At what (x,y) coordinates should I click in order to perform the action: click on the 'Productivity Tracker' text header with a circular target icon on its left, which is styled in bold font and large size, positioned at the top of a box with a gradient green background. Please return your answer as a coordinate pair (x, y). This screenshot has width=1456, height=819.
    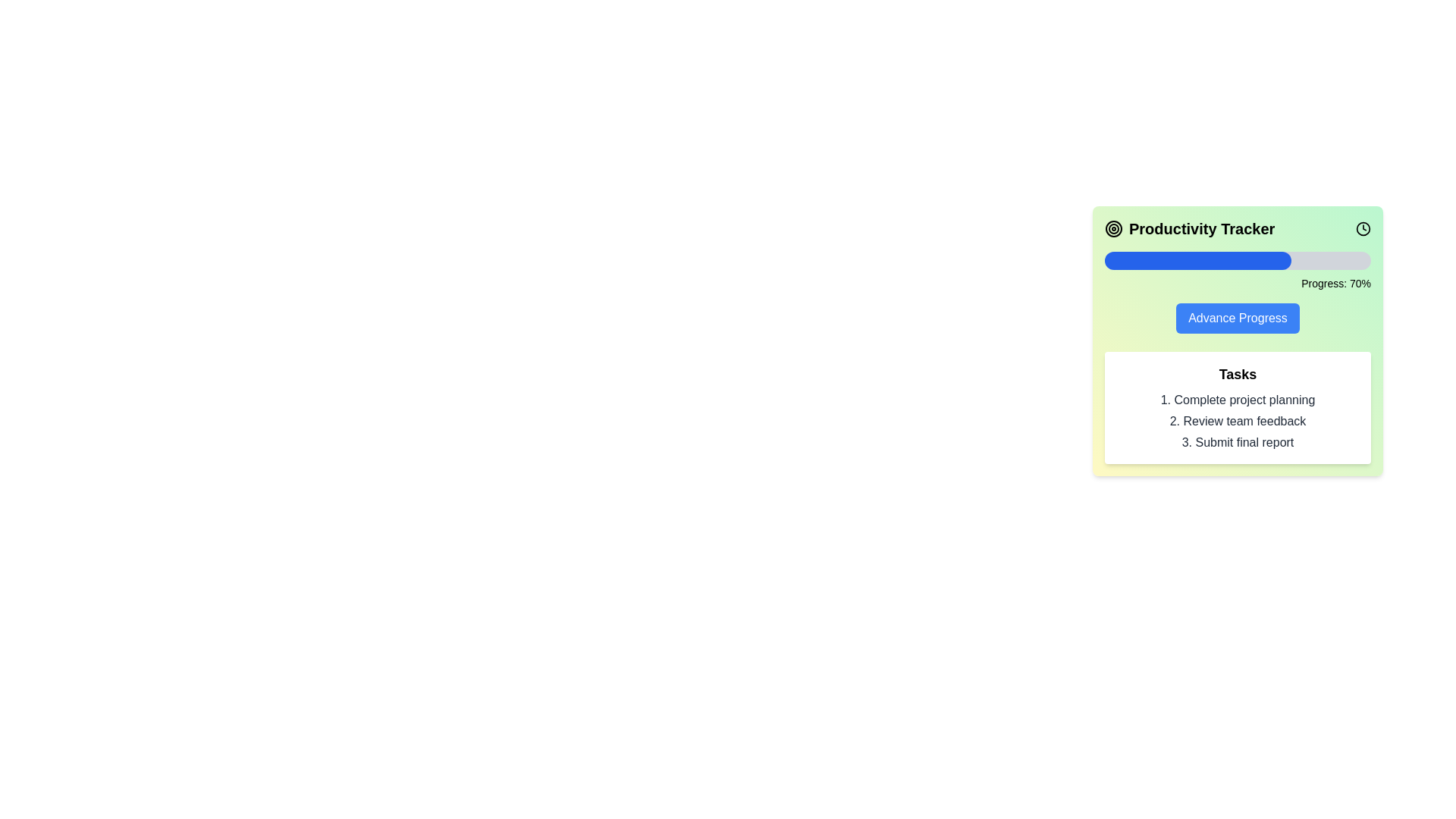
    Looking at the image, I should click on (1189, 228).